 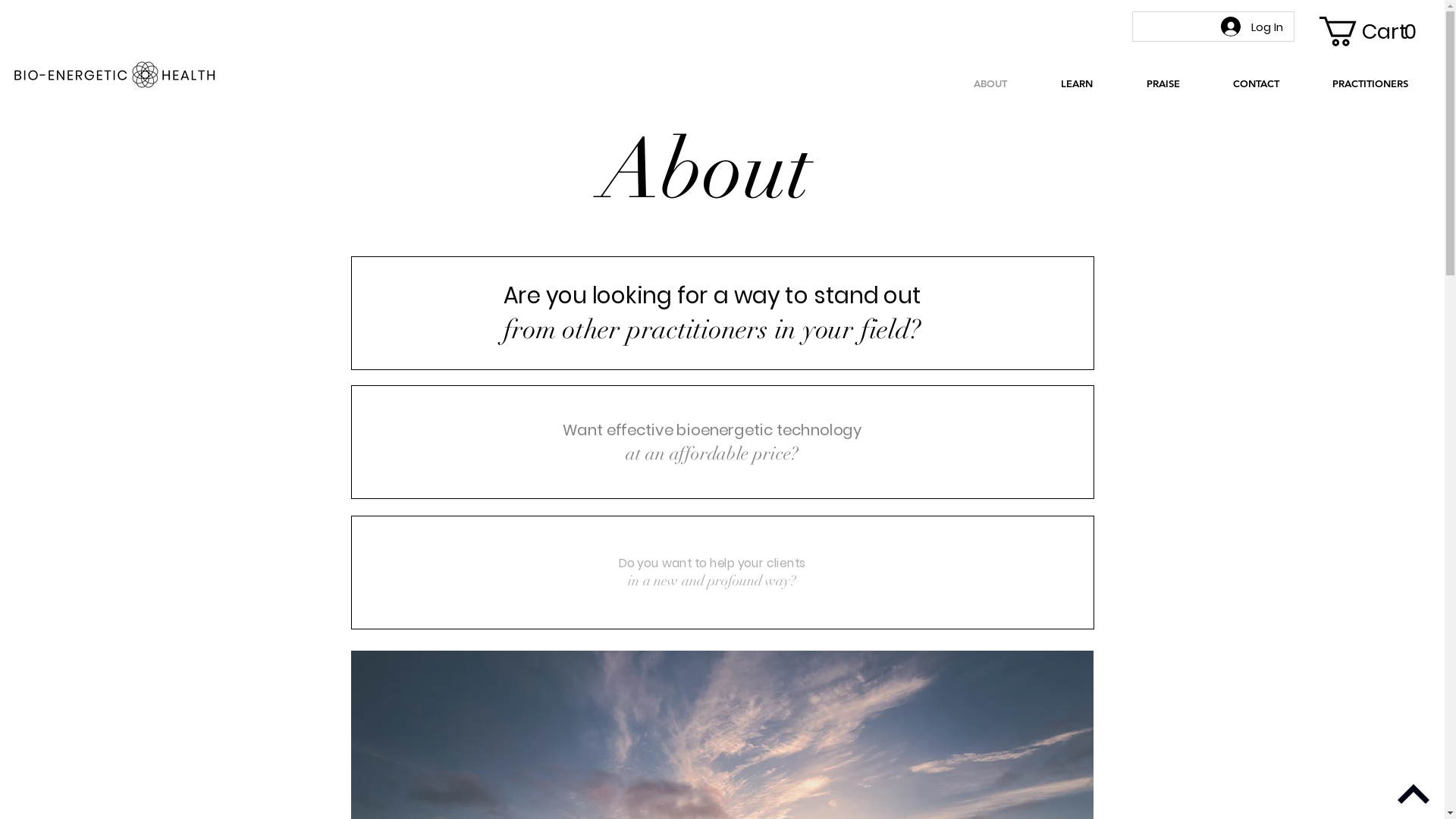 I want to click on 'PRAISE', so click(x=1162, y=83).